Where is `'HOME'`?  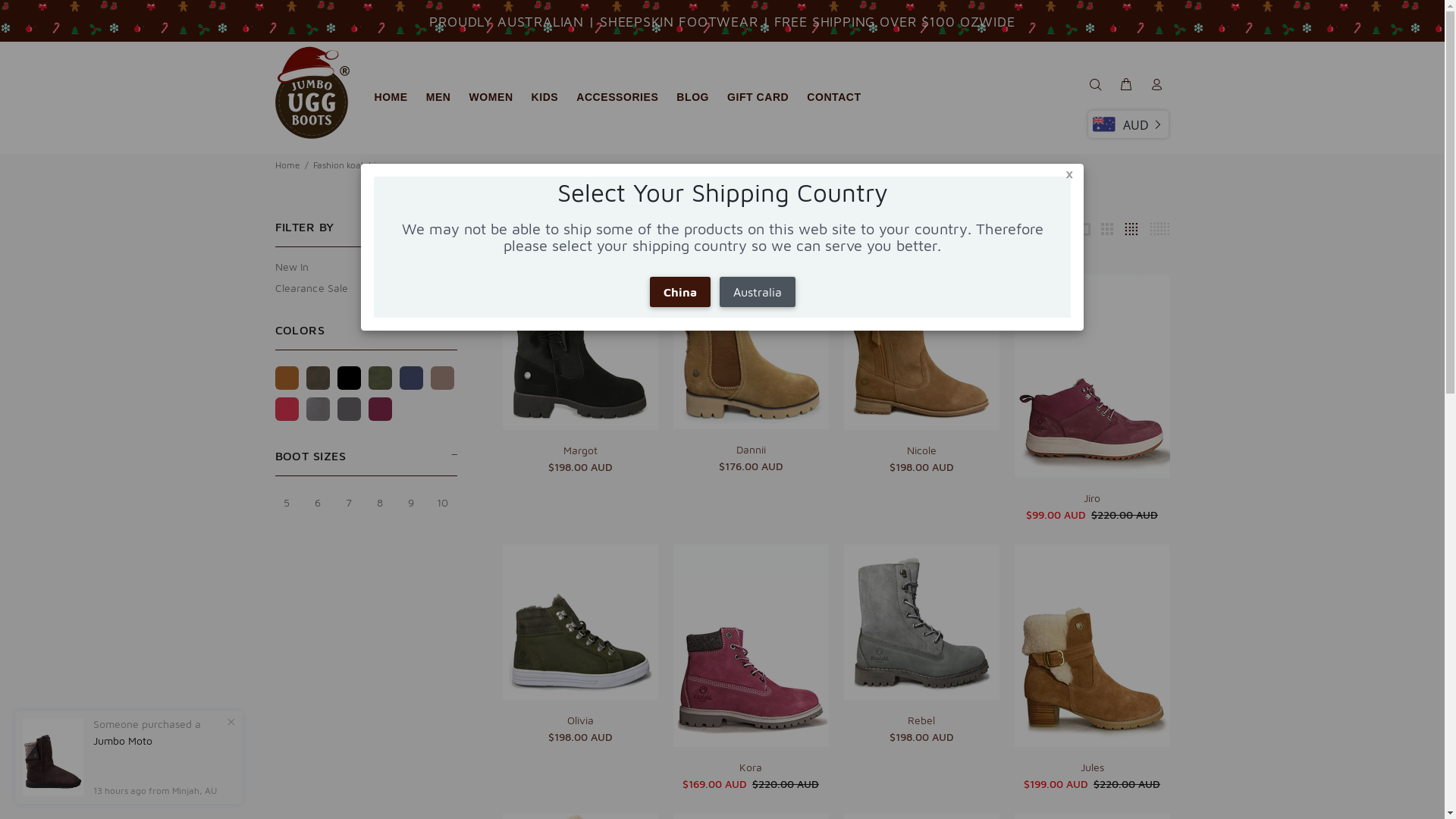 'HOME' is located at coordinates (365, 97).